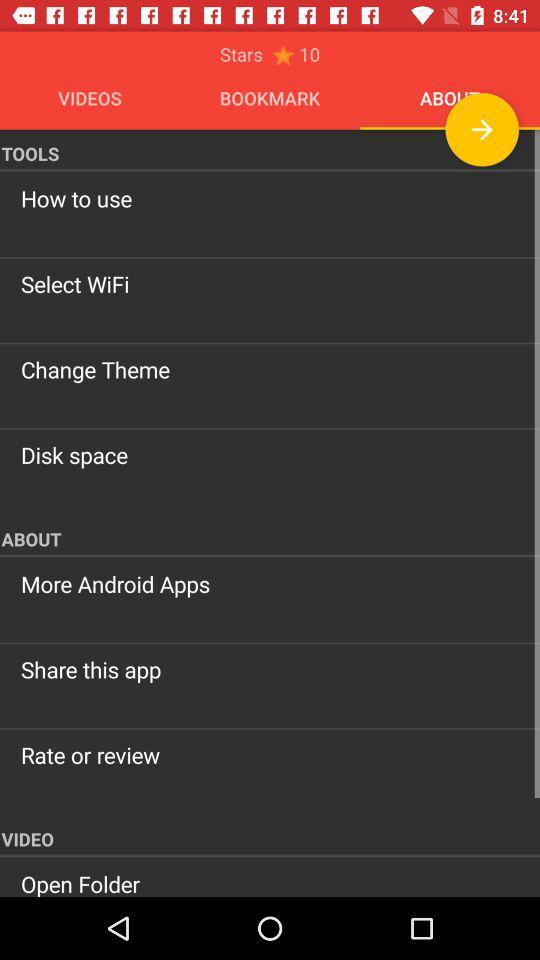 The height and width of the screenshot is (960, 540). Describe the element at coordinates (270, 882) in the screenshot. I see `the open folder icon` at that location.